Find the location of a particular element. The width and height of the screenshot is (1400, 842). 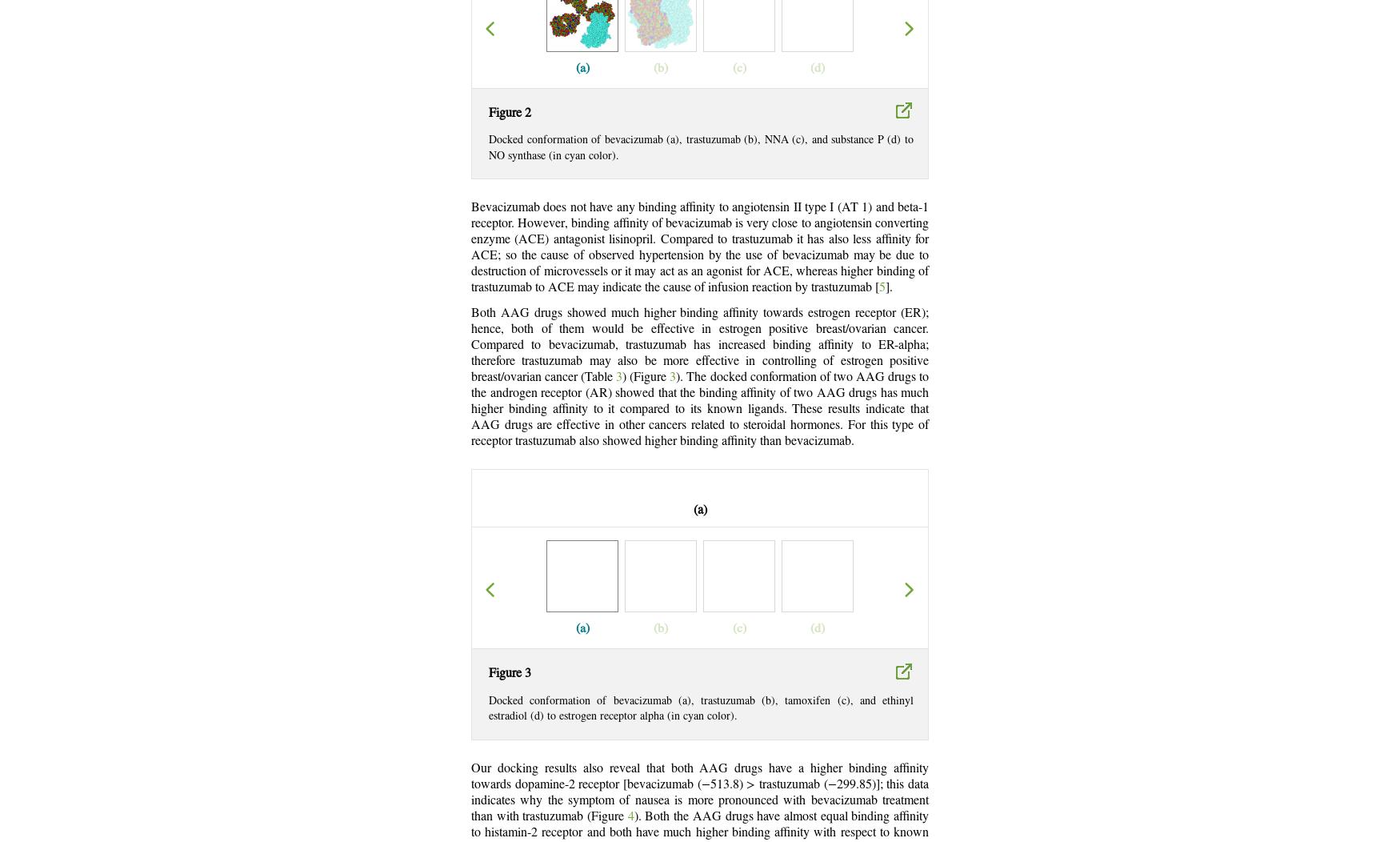

'Docked conformation of bevacizumab (a), trastuzumab (b), tamoxifen (c), and ethinyl estradiol (d) to estrogen receptor alpha (in cyan color).' is located at coordinates (700, 708).